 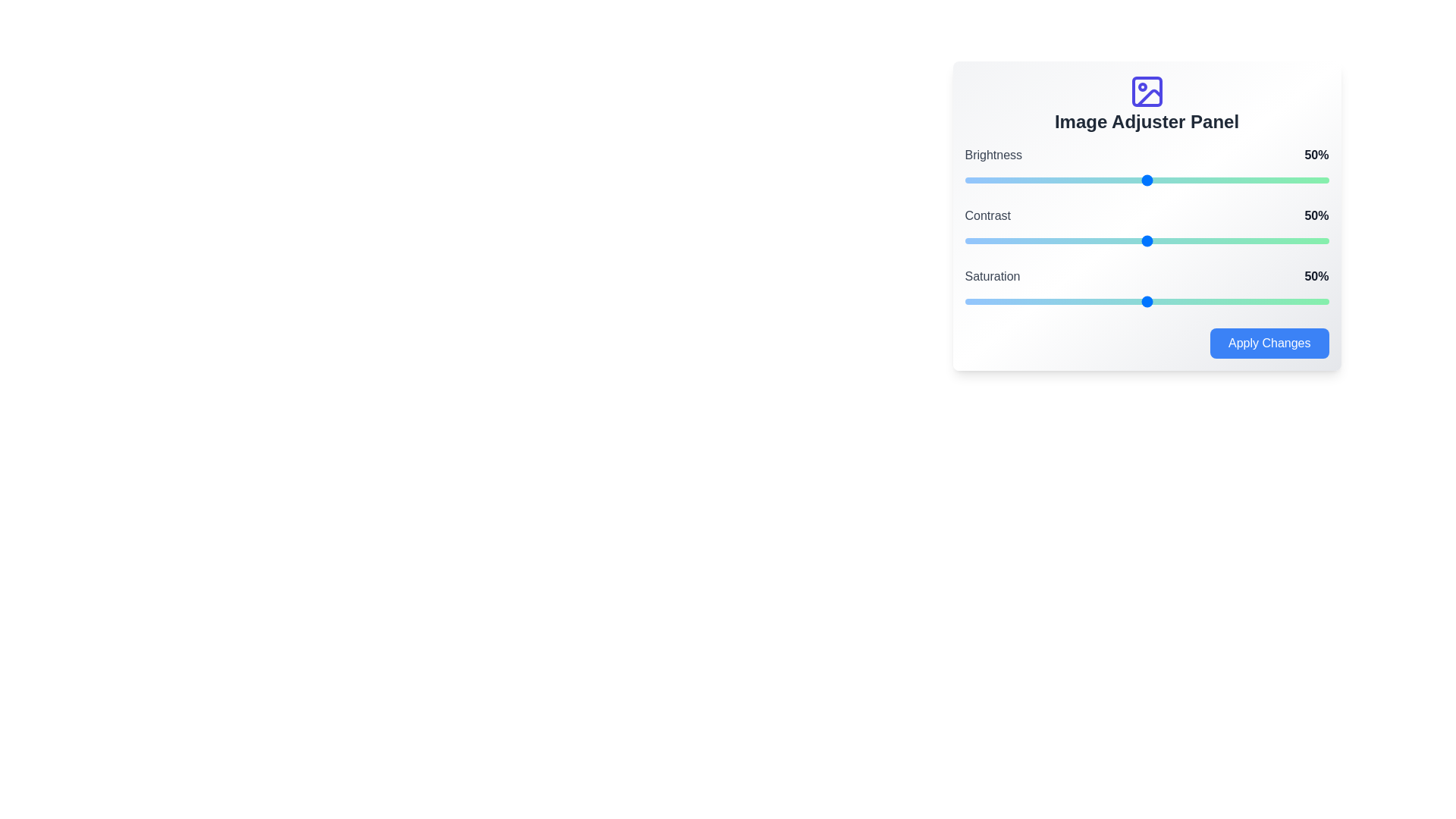 I want to click on the 'Apply Changes' button, so click(x=1269, y=343).